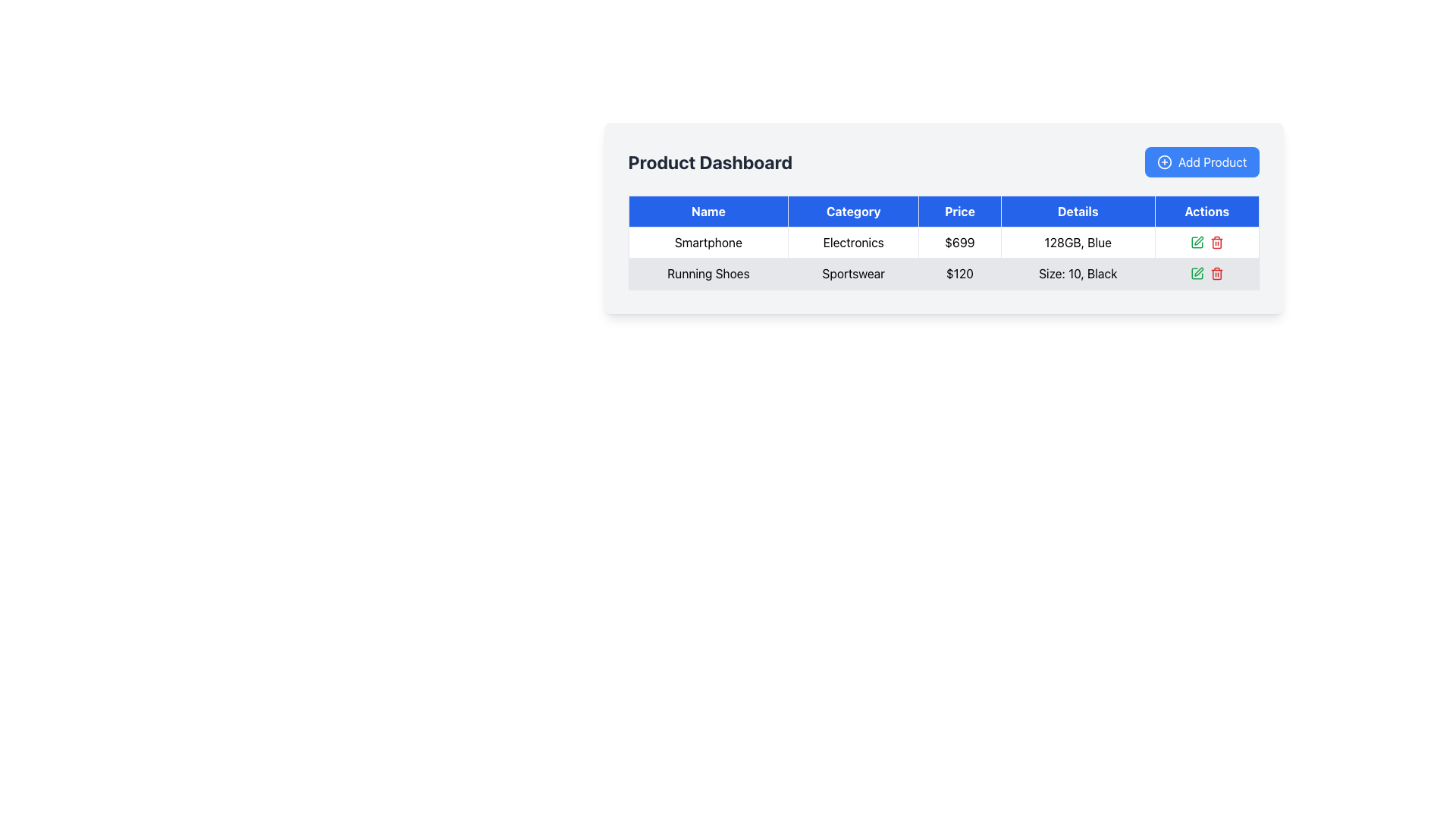  I want to click on the 'Add New Product' button located at the upper-right corner of the 'Product Dashboard', so click(1201, 162).